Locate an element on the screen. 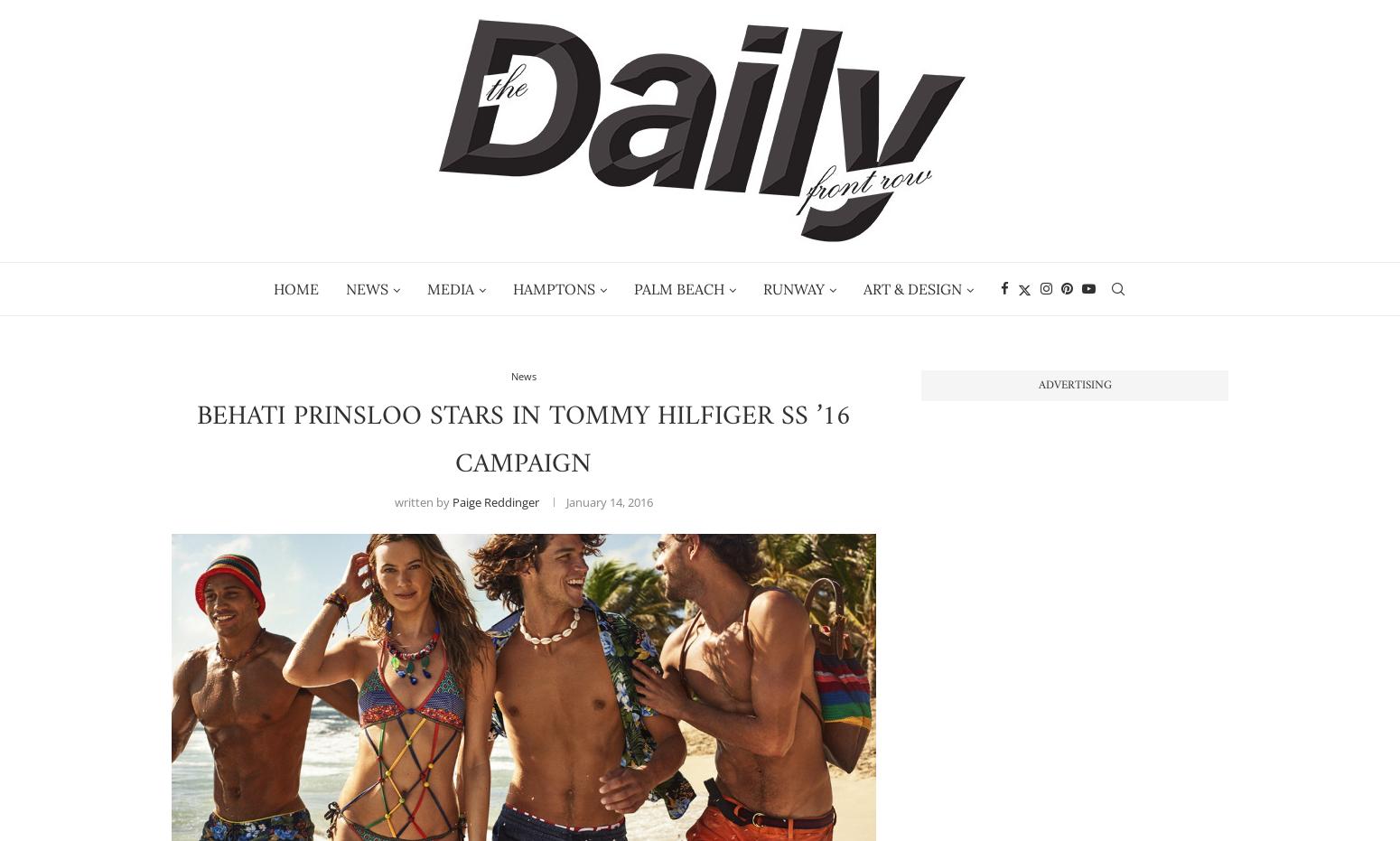 The image size is (1400, 841). 'Hamptons' is located at coordinates (553, 287).